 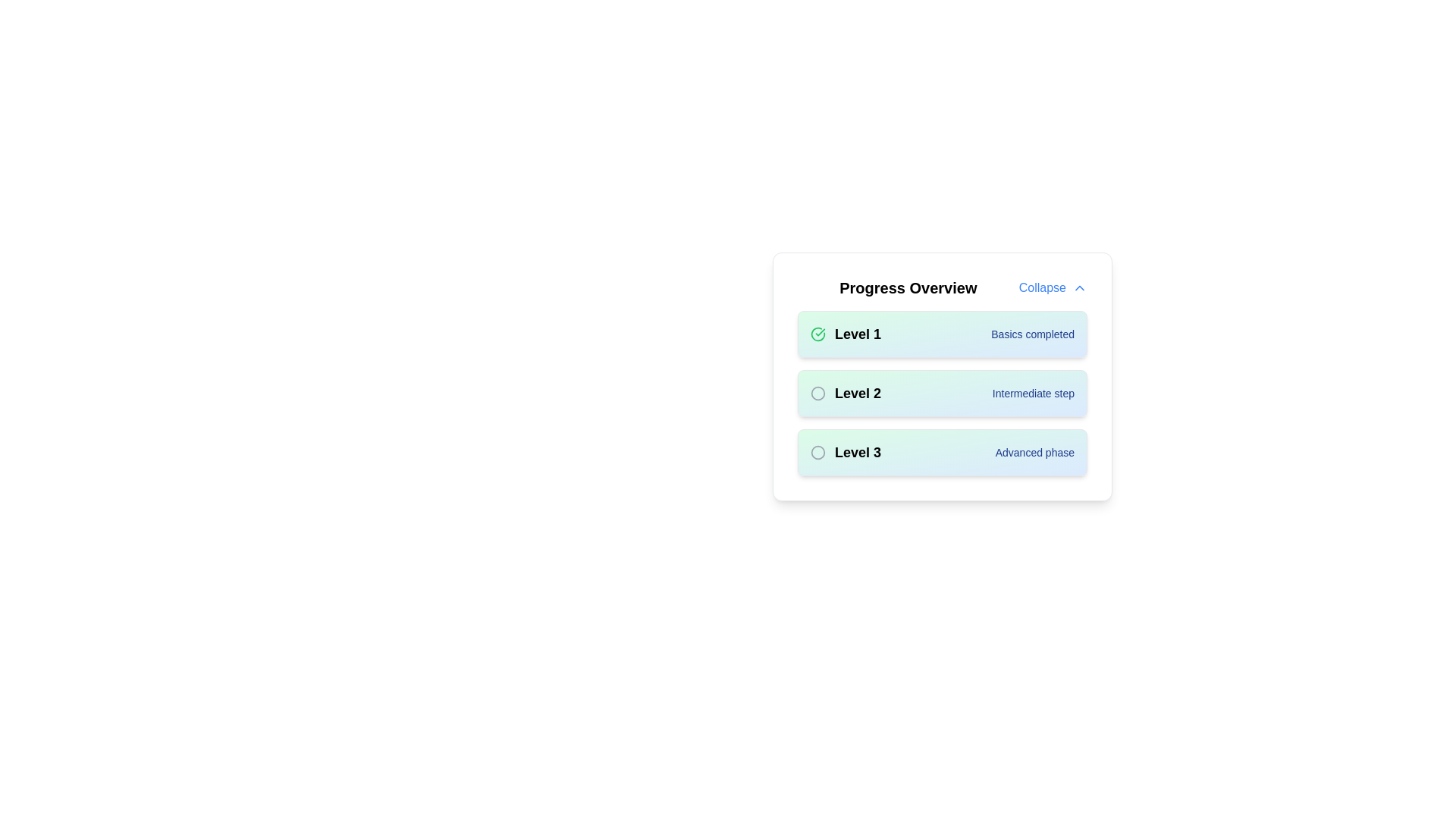 I want to click on the Progress step indicator located in the center of the vertical list under the heading 'Progress Overview' and above the 'Level 3' section for navigation, so click(x=942, y=376).